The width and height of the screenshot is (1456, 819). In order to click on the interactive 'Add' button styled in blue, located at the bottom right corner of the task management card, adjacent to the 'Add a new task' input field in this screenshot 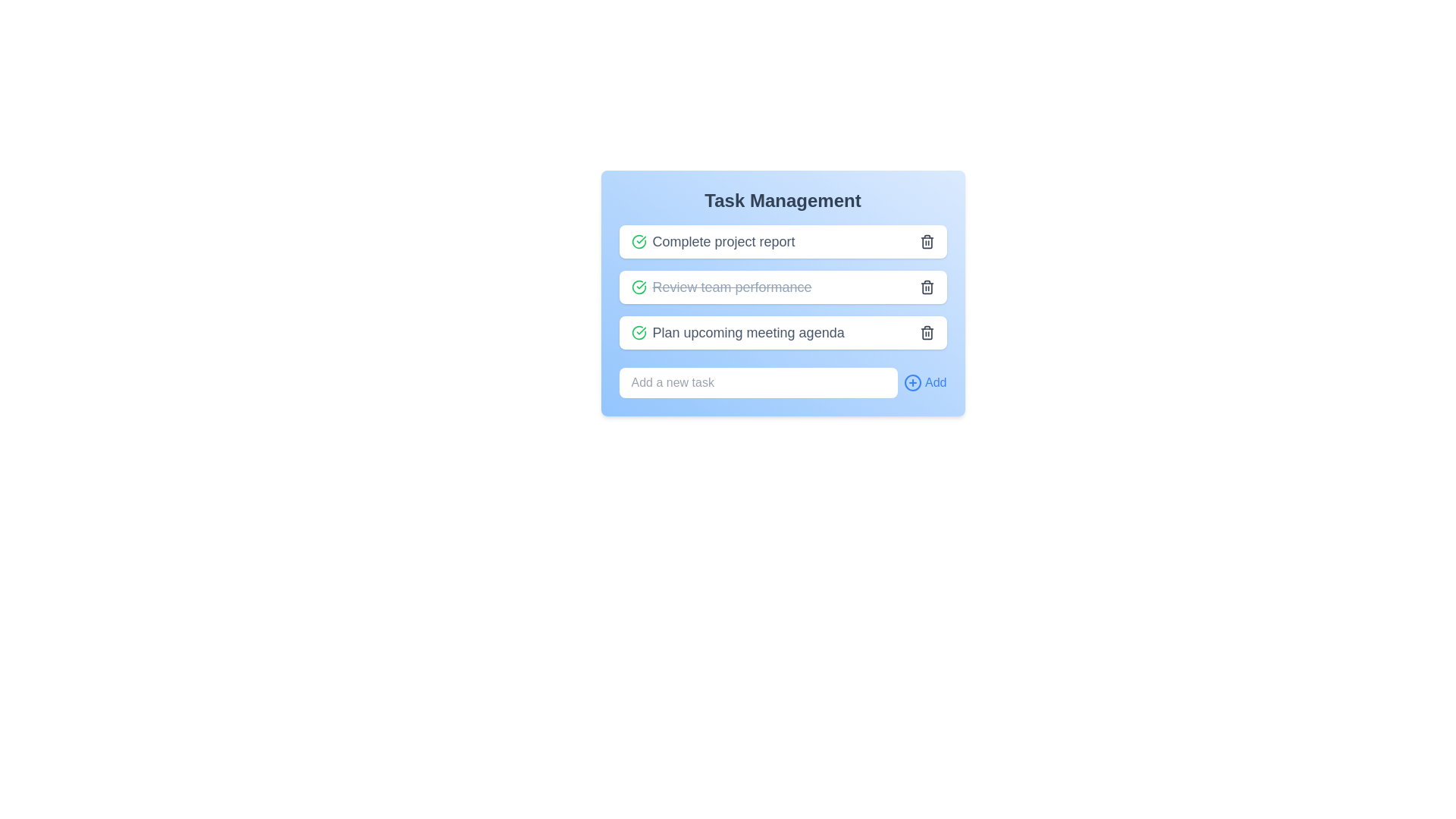, I will do `click(935, 382)`.